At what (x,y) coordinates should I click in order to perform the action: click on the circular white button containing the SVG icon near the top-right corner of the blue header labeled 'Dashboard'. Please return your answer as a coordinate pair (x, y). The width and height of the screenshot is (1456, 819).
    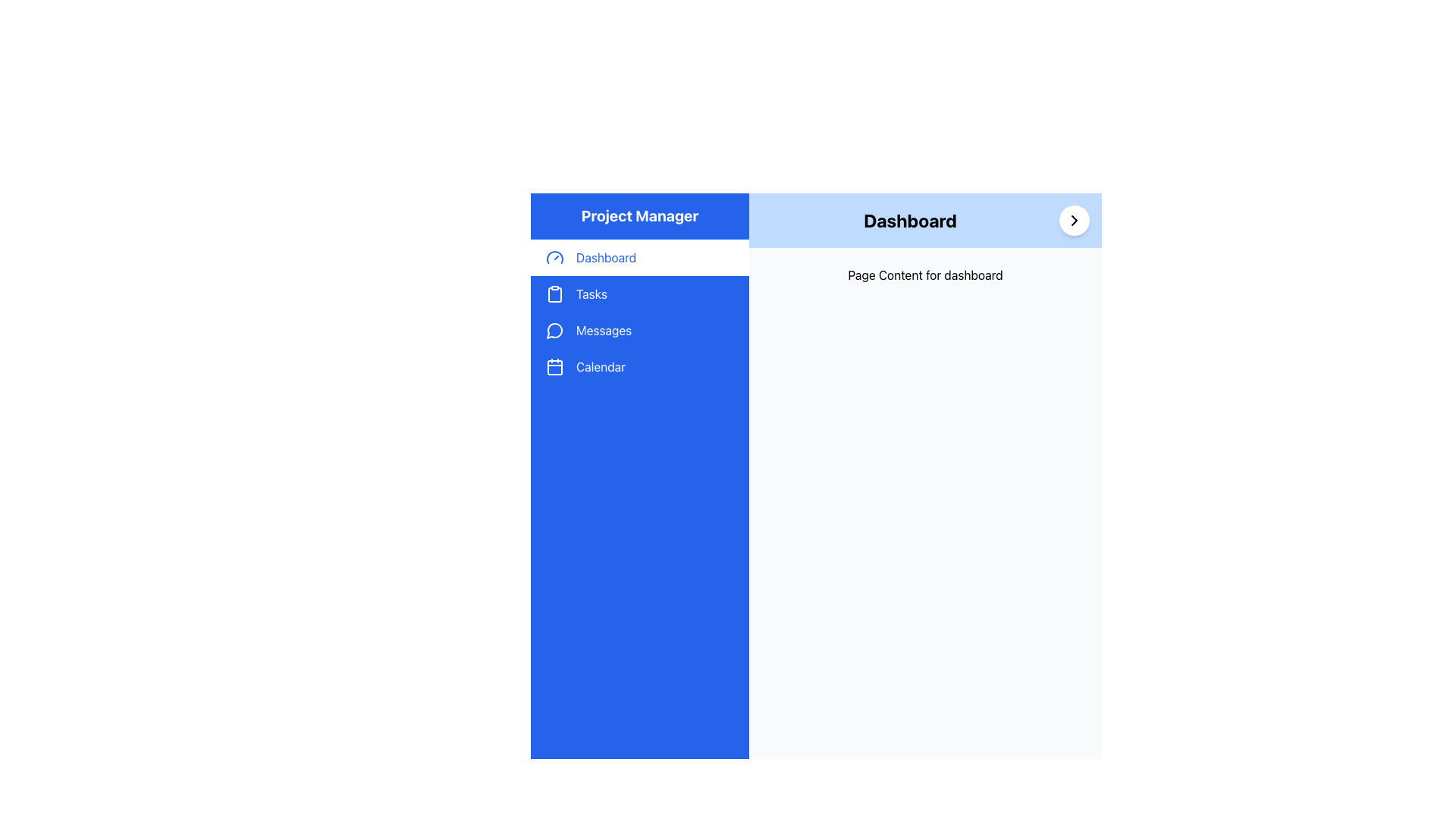
    Looking at the image, I should click on (1073, 220).